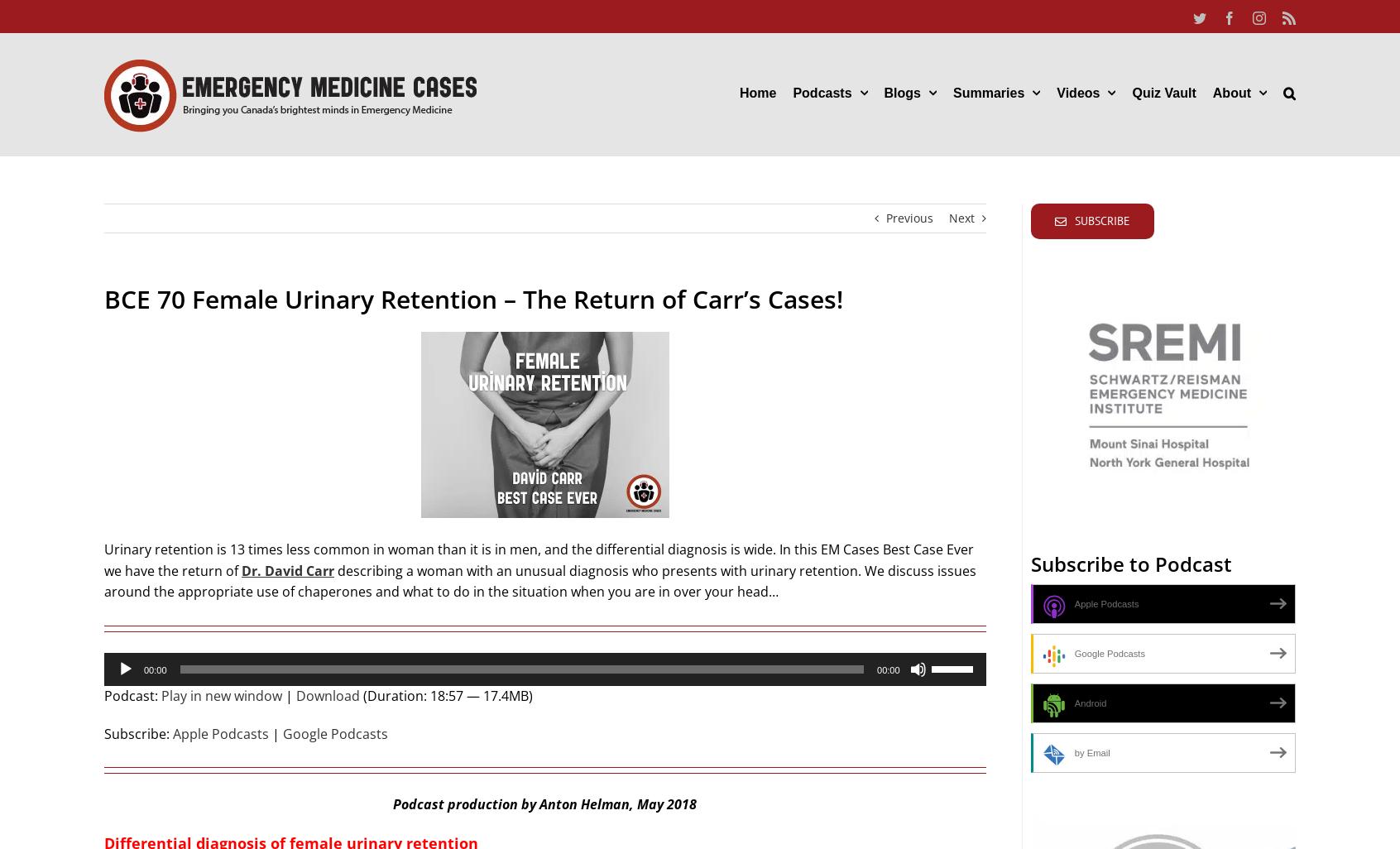 The width and height of the screenshot is (1400, 849). I want to click on 'describing a woman with an unusual diagnosis who presents with urinary retention. We discuss issues around the appropriate use of chaperones and what to do in the situation when you are in over your head…', so click(539, 581).